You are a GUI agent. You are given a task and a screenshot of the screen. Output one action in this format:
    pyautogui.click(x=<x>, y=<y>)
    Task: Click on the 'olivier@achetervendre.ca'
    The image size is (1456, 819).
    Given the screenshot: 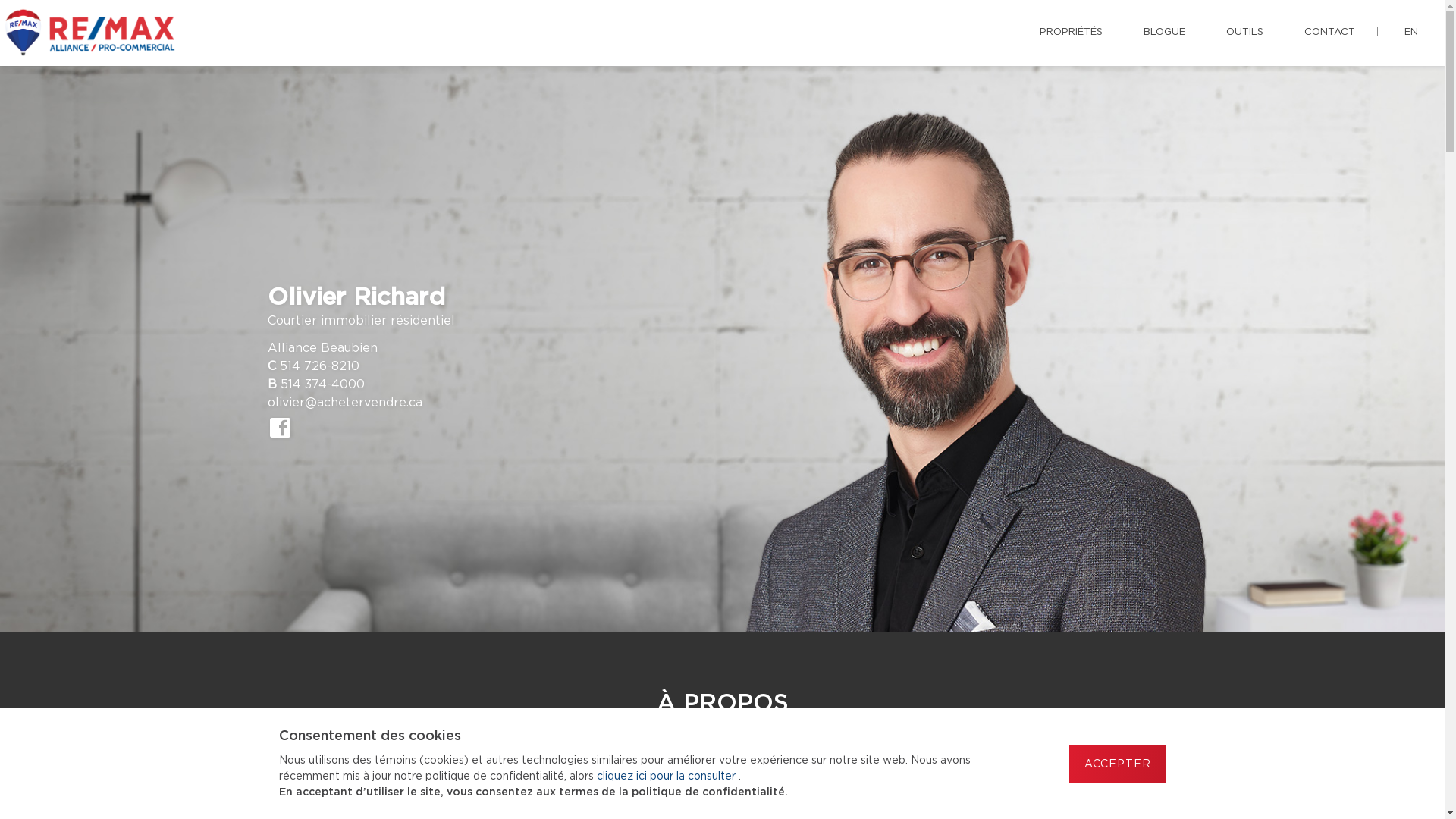 What is the action you would take?
    pyautogui.click(x=344, y=402)
    